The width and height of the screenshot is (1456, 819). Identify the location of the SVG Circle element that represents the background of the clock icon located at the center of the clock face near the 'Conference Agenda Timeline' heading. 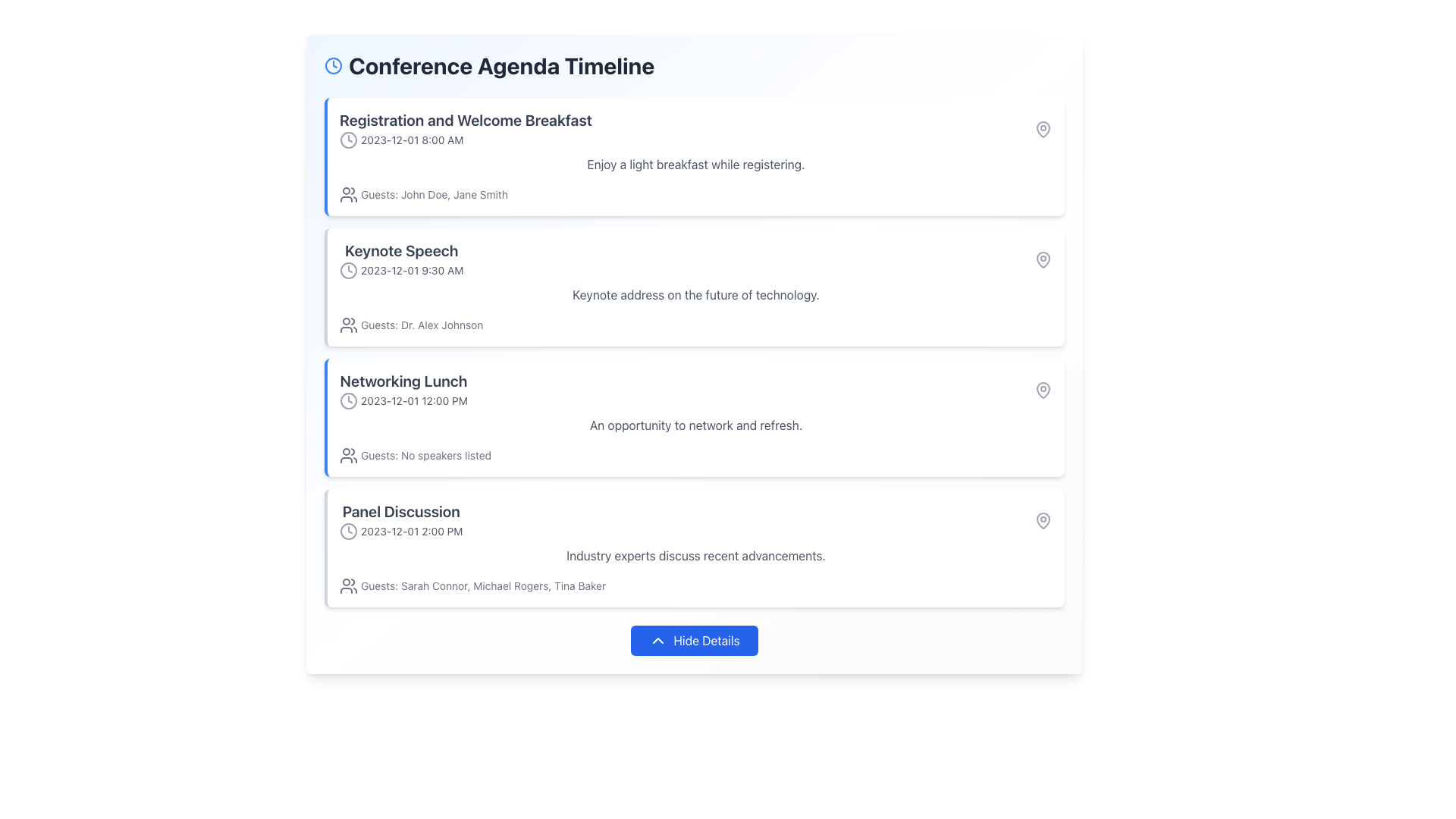
(333, 65).